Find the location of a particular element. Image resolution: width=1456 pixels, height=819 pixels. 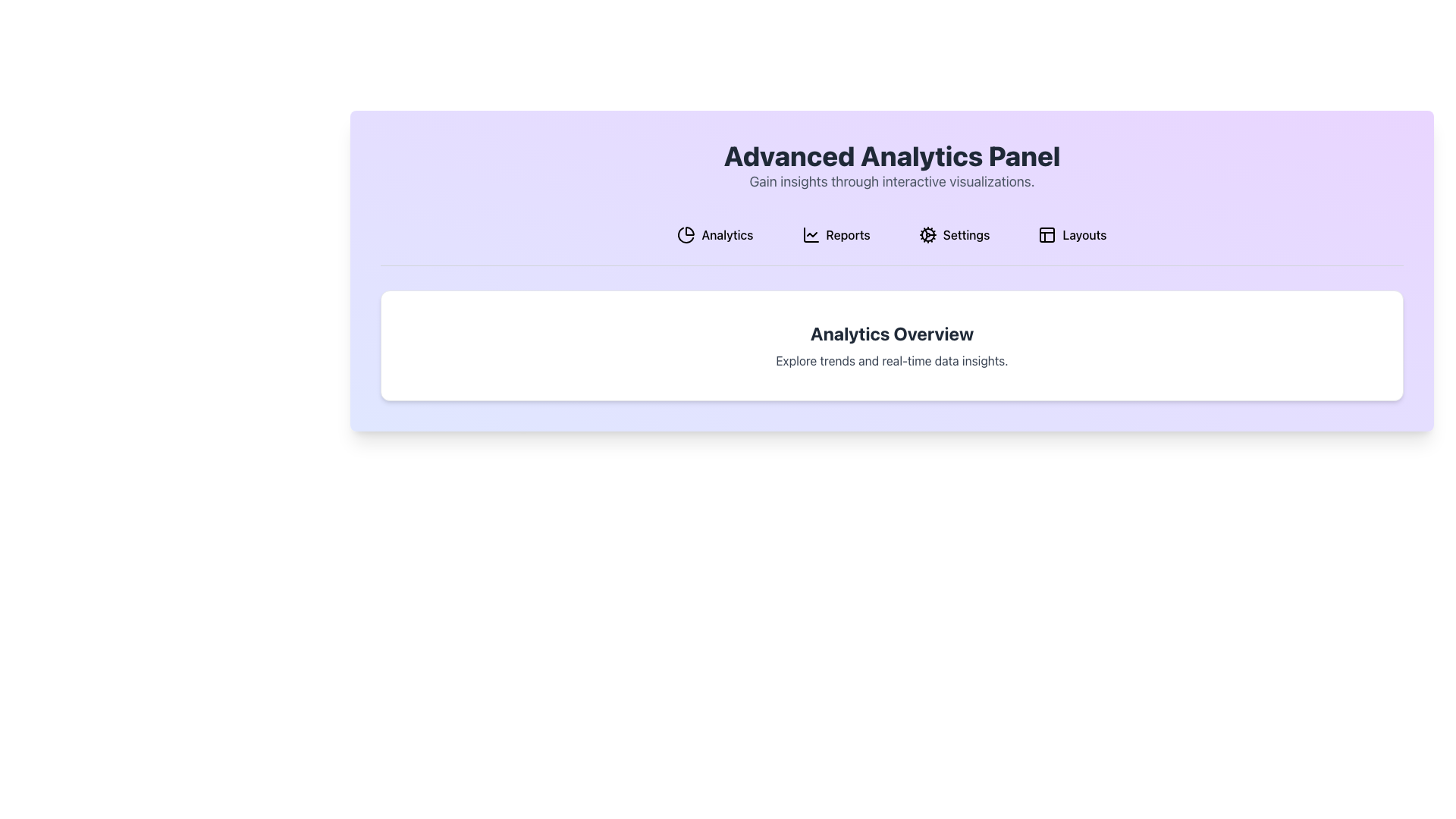

the settings button in the horizontal navigation bar is located at coordinates (953, 234).